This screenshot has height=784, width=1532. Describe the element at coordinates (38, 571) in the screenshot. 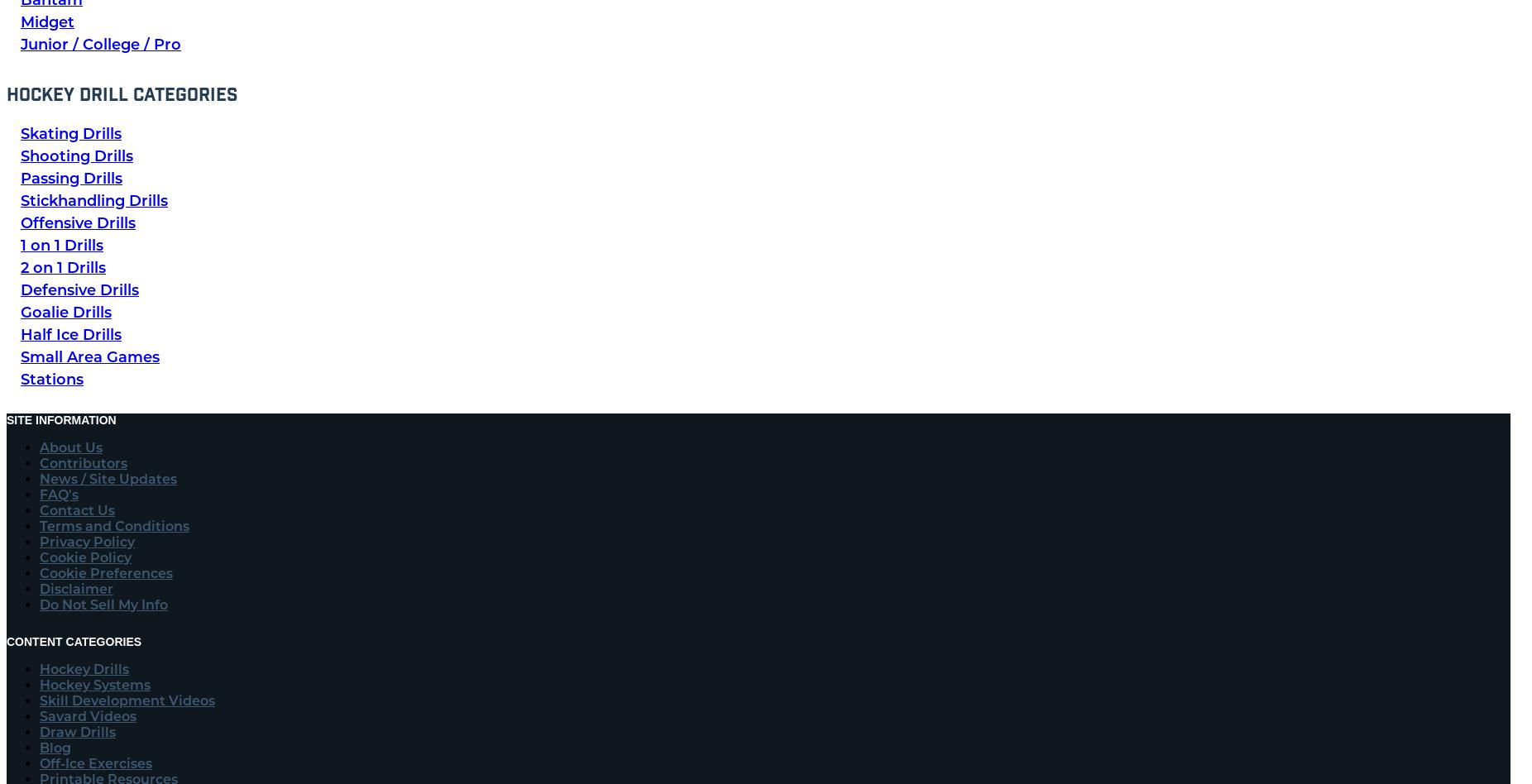

I see `'Cookie Preferences'` at that location.